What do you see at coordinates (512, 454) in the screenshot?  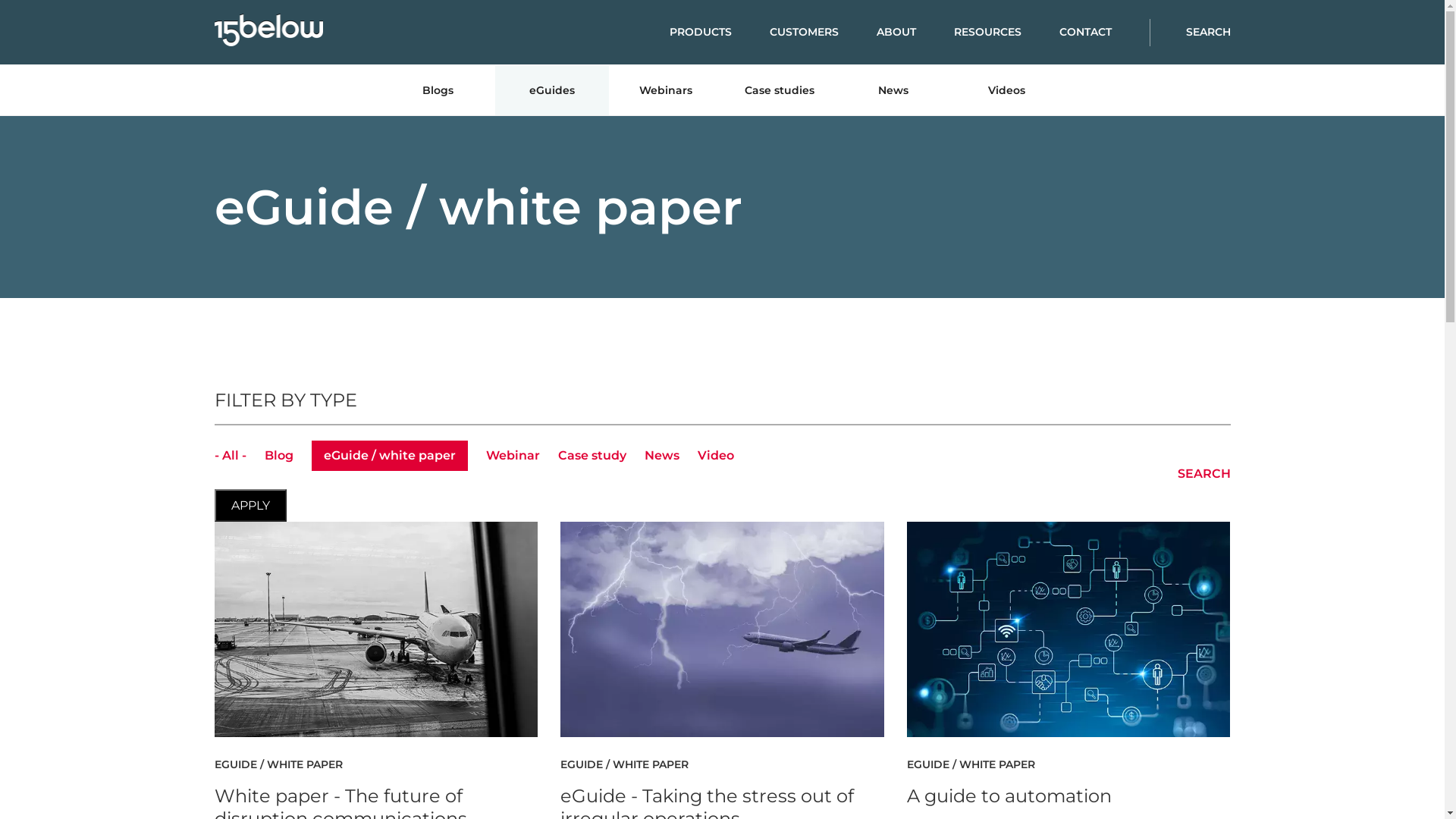 I see `'Webinar'` at bounding box center [512, 454].